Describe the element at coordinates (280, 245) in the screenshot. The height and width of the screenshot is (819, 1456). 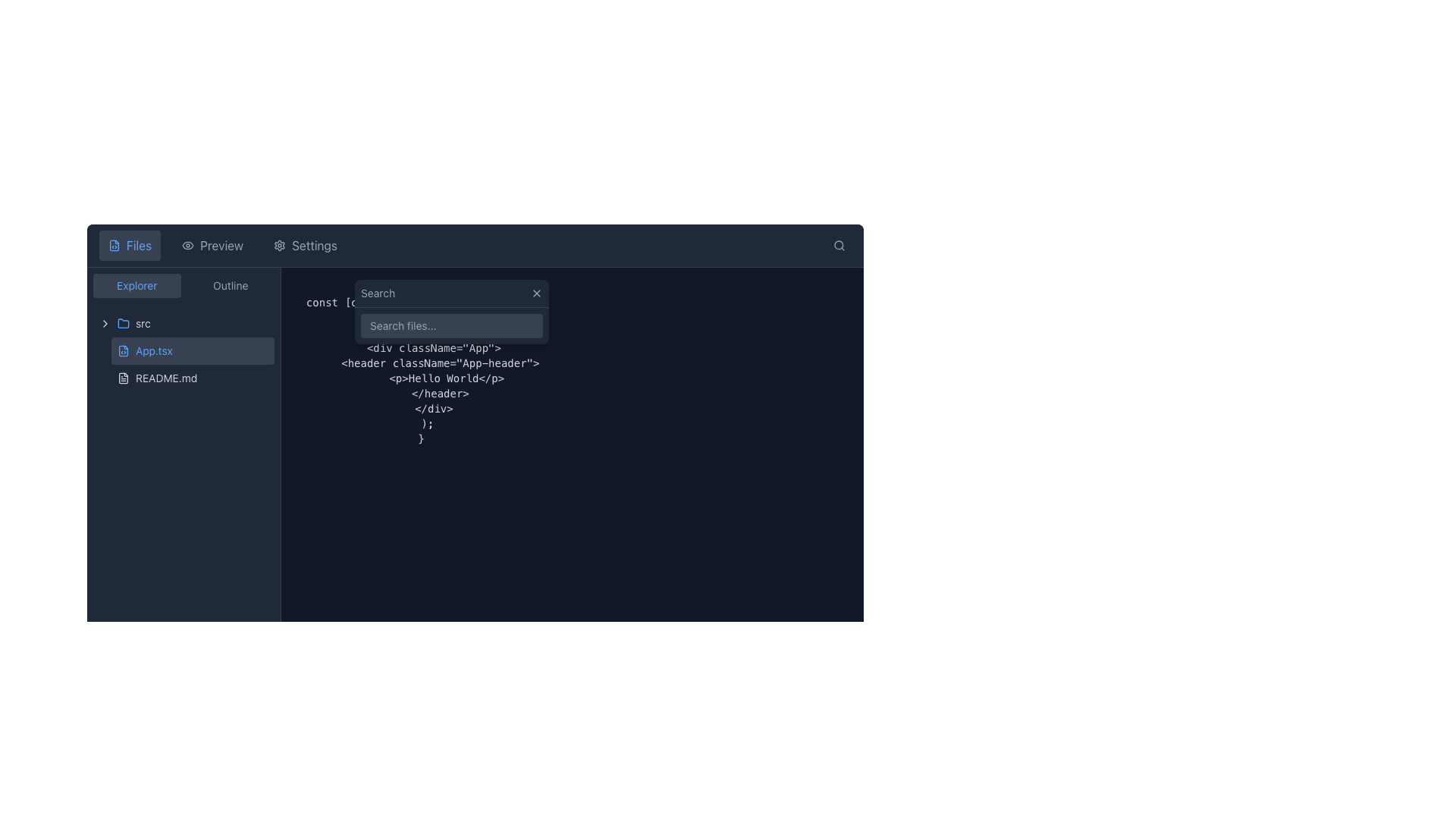
I see `the settings gear icon located` at that location.